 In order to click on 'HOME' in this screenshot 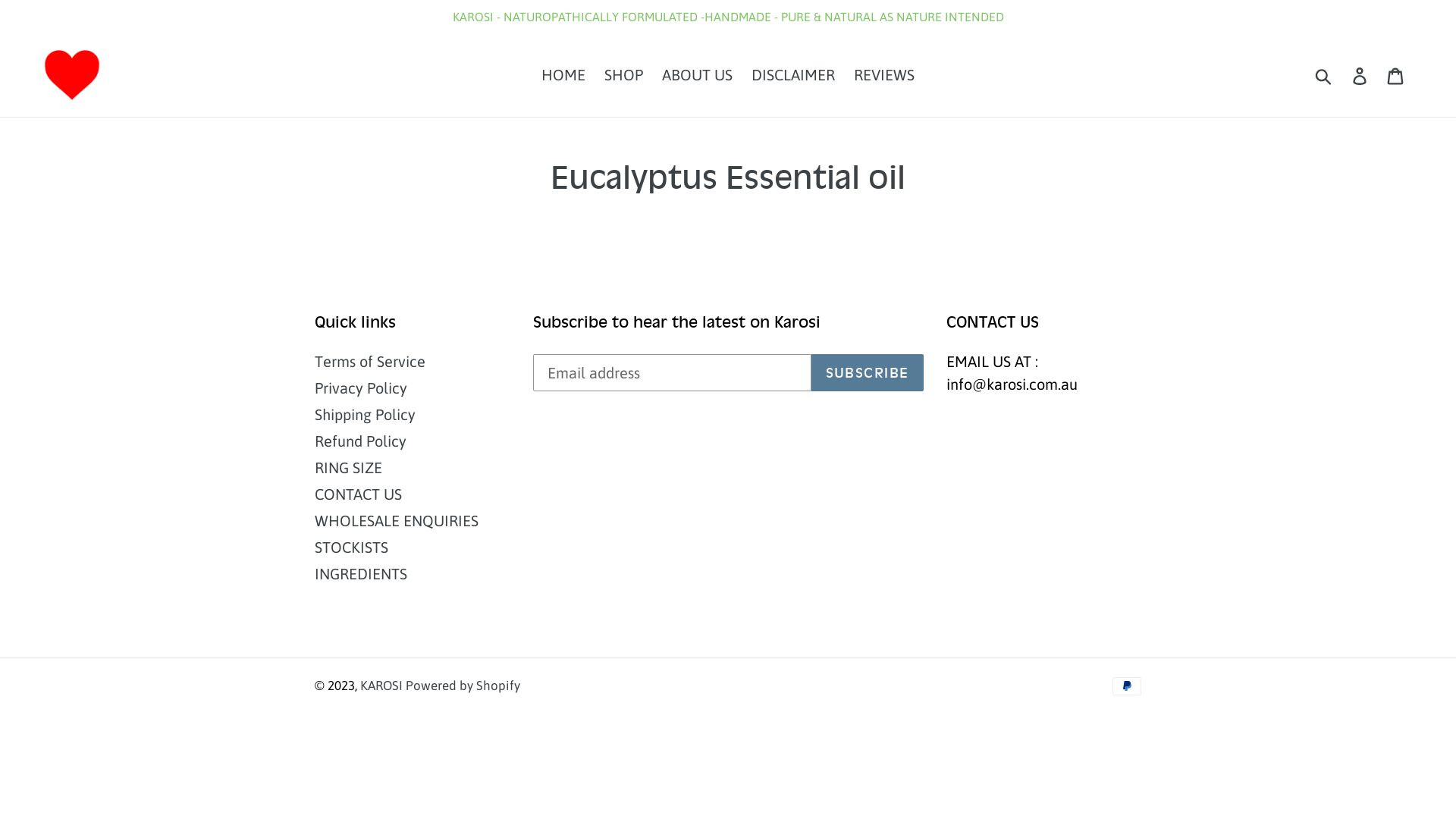, I will do `click(563, 75)`.